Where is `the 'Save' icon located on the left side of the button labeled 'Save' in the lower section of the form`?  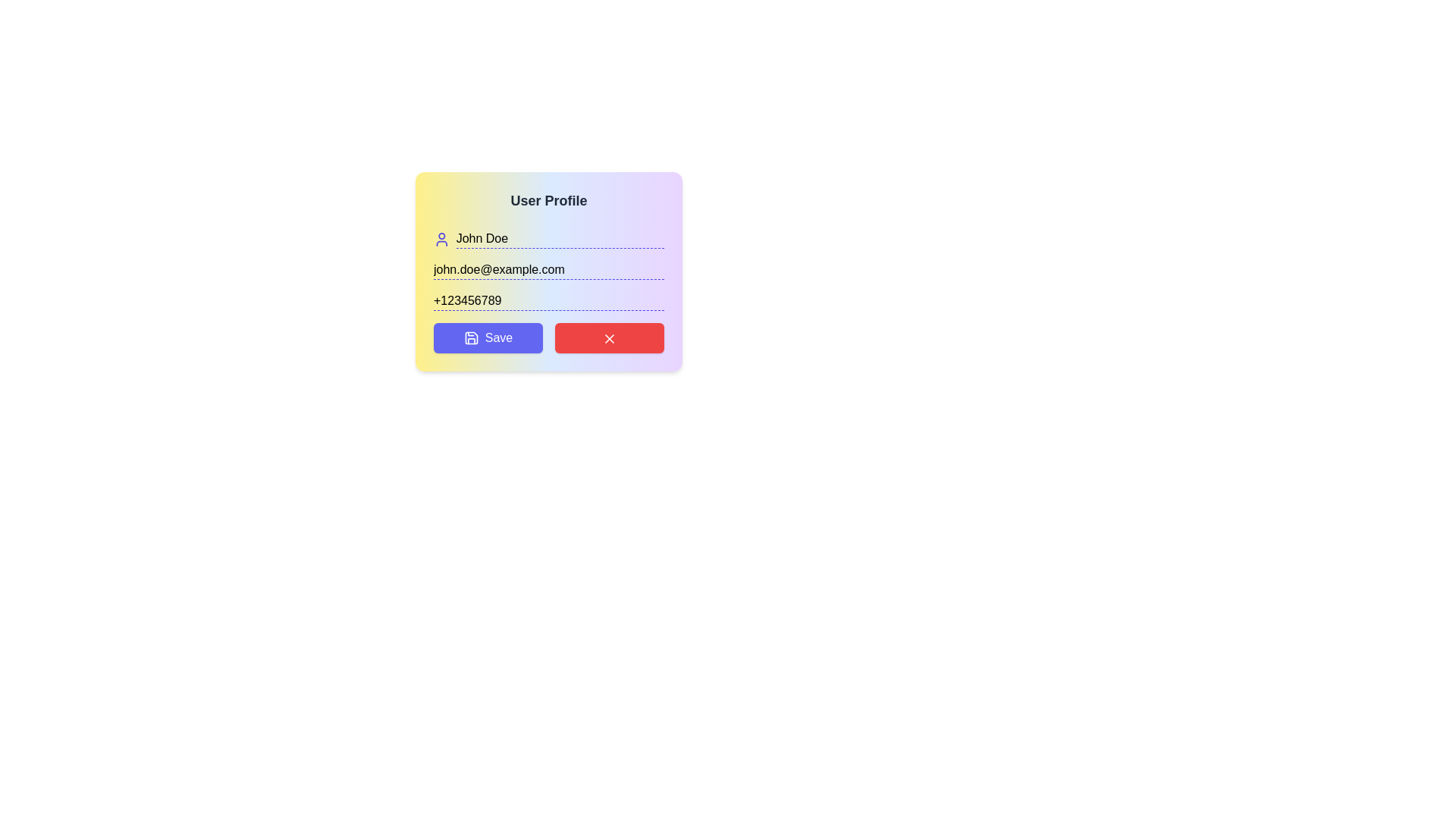 the 'Save' icon located on the left side of the button labeled 'Save' in the lower section of the form is located at coordinates (470, 337).